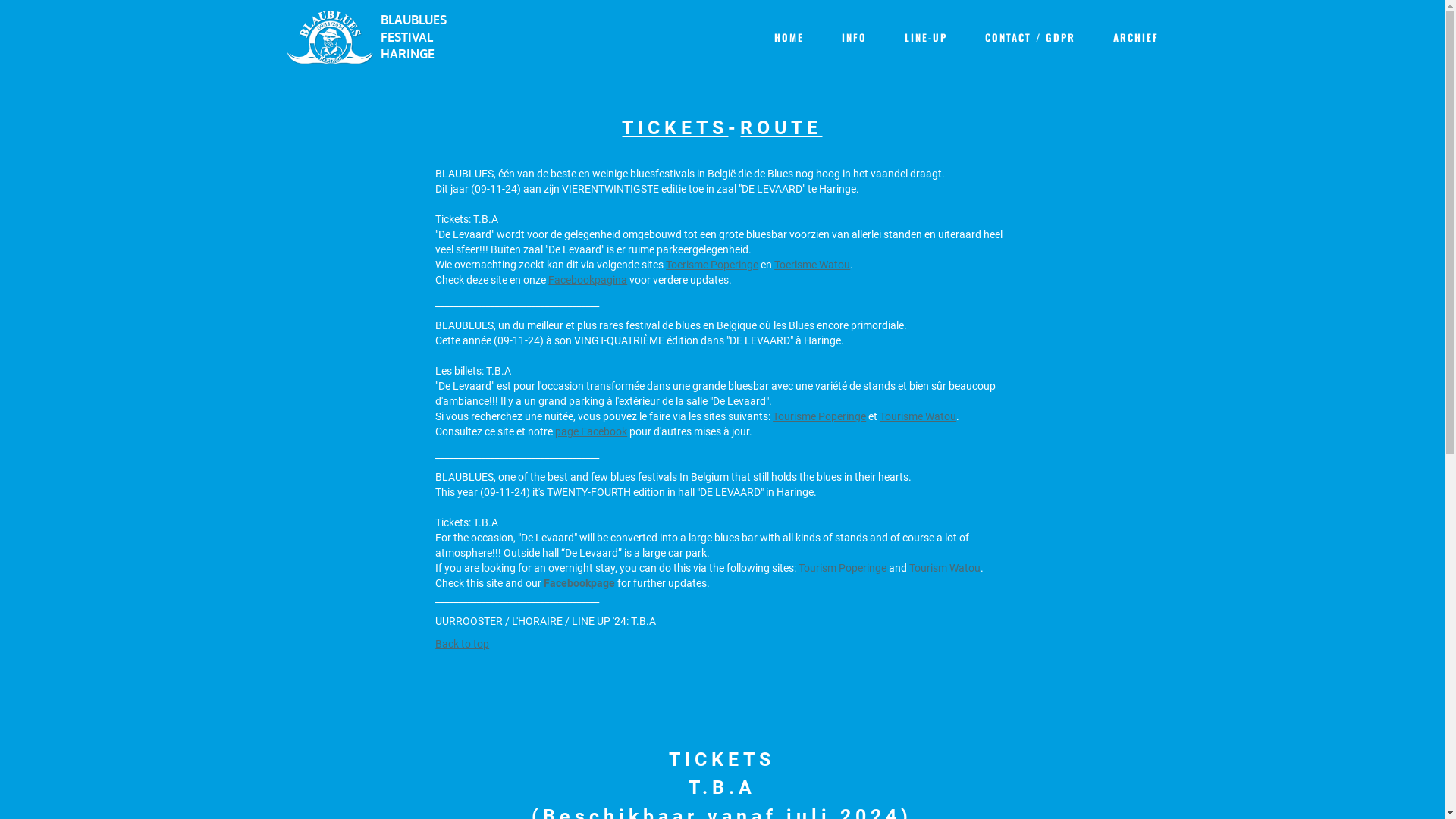  I want to click on 'Facebookpage', so click(578, 581).